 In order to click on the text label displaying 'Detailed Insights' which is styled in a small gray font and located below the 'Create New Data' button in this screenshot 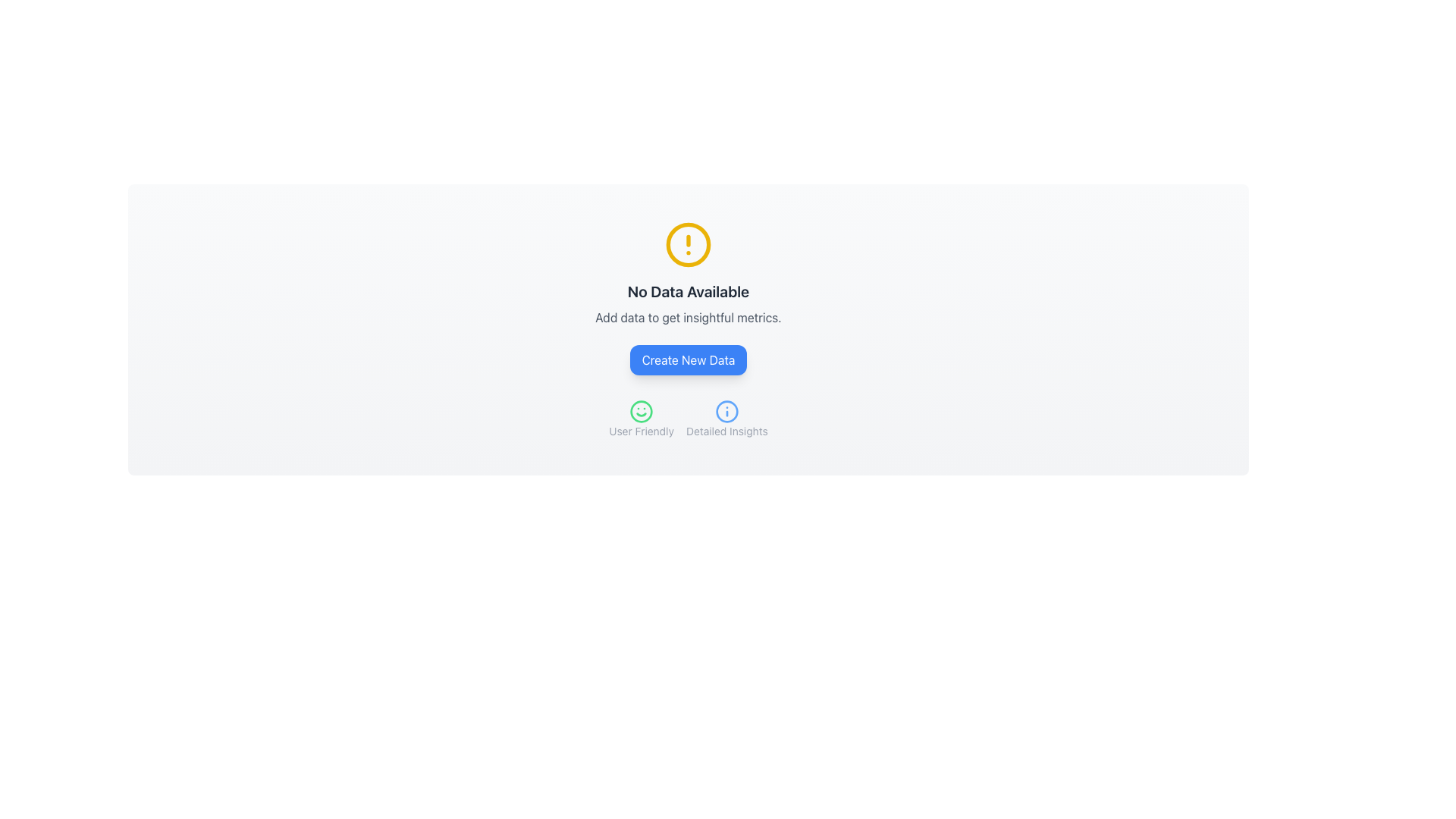, I will do `click(726, 431)`.